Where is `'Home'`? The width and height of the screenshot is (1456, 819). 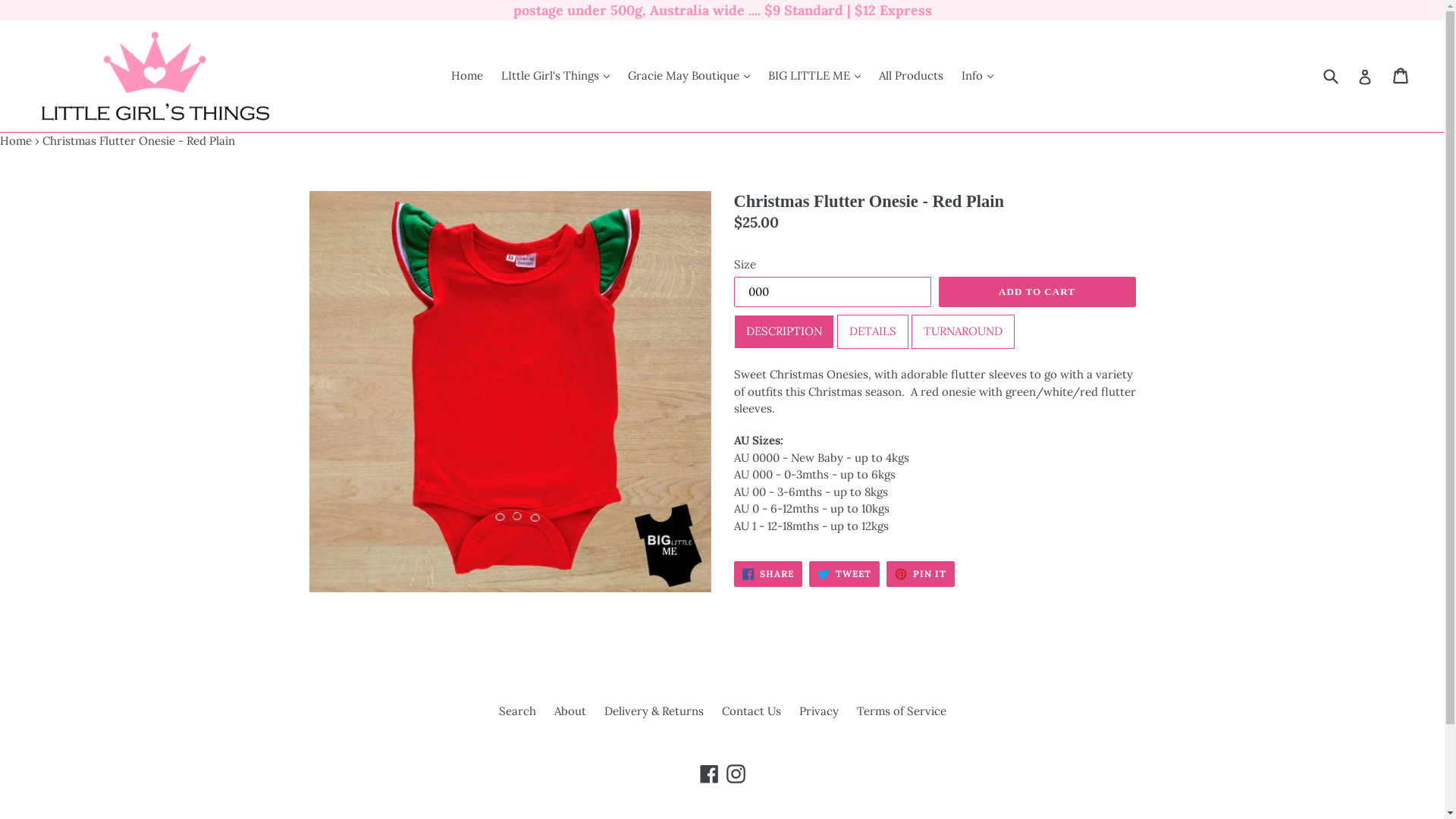 'Home' is located at coordinates (0, 140).